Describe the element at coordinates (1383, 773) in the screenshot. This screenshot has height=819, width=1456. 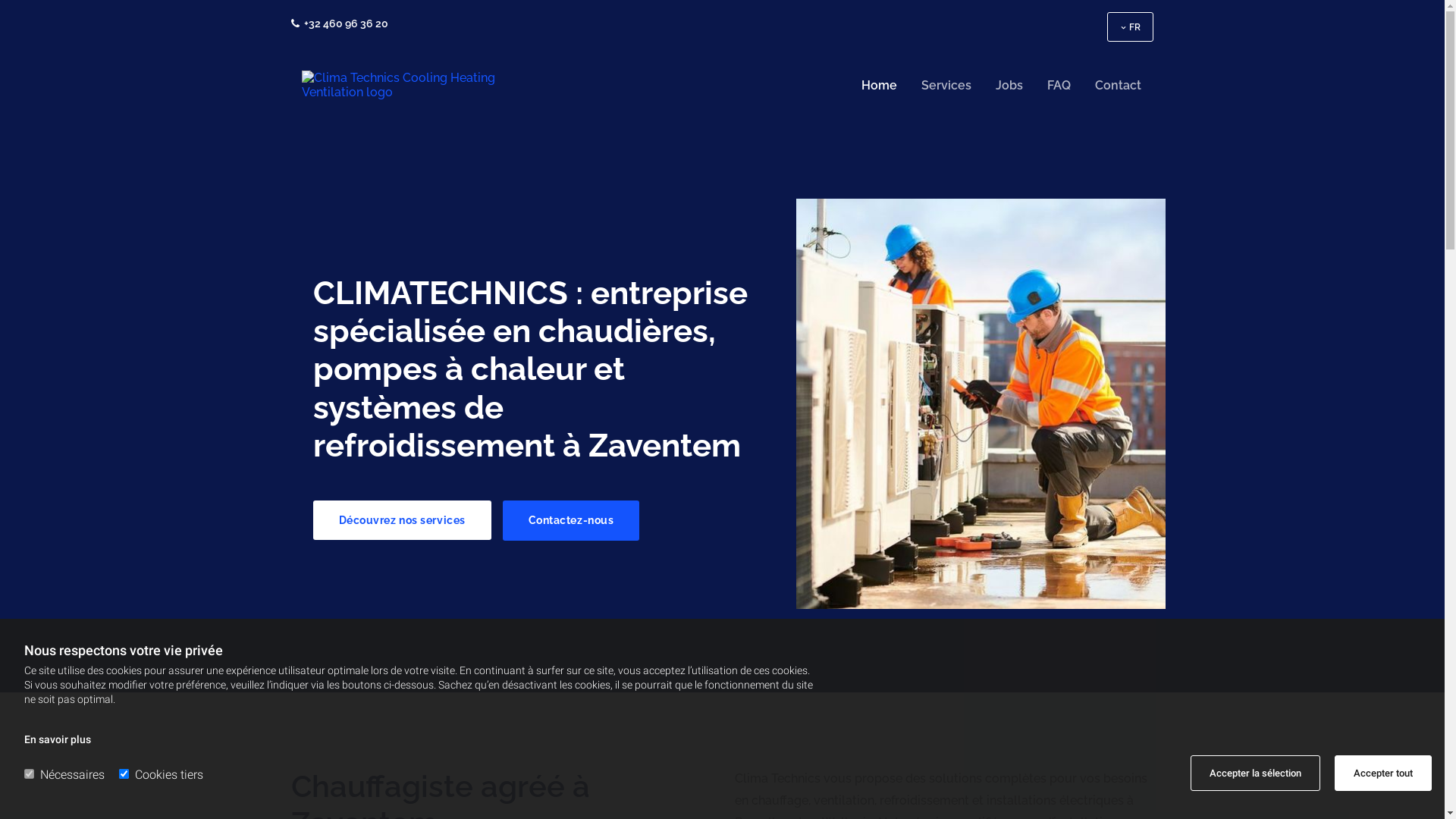
I see `'Accepter tout'` at that location.